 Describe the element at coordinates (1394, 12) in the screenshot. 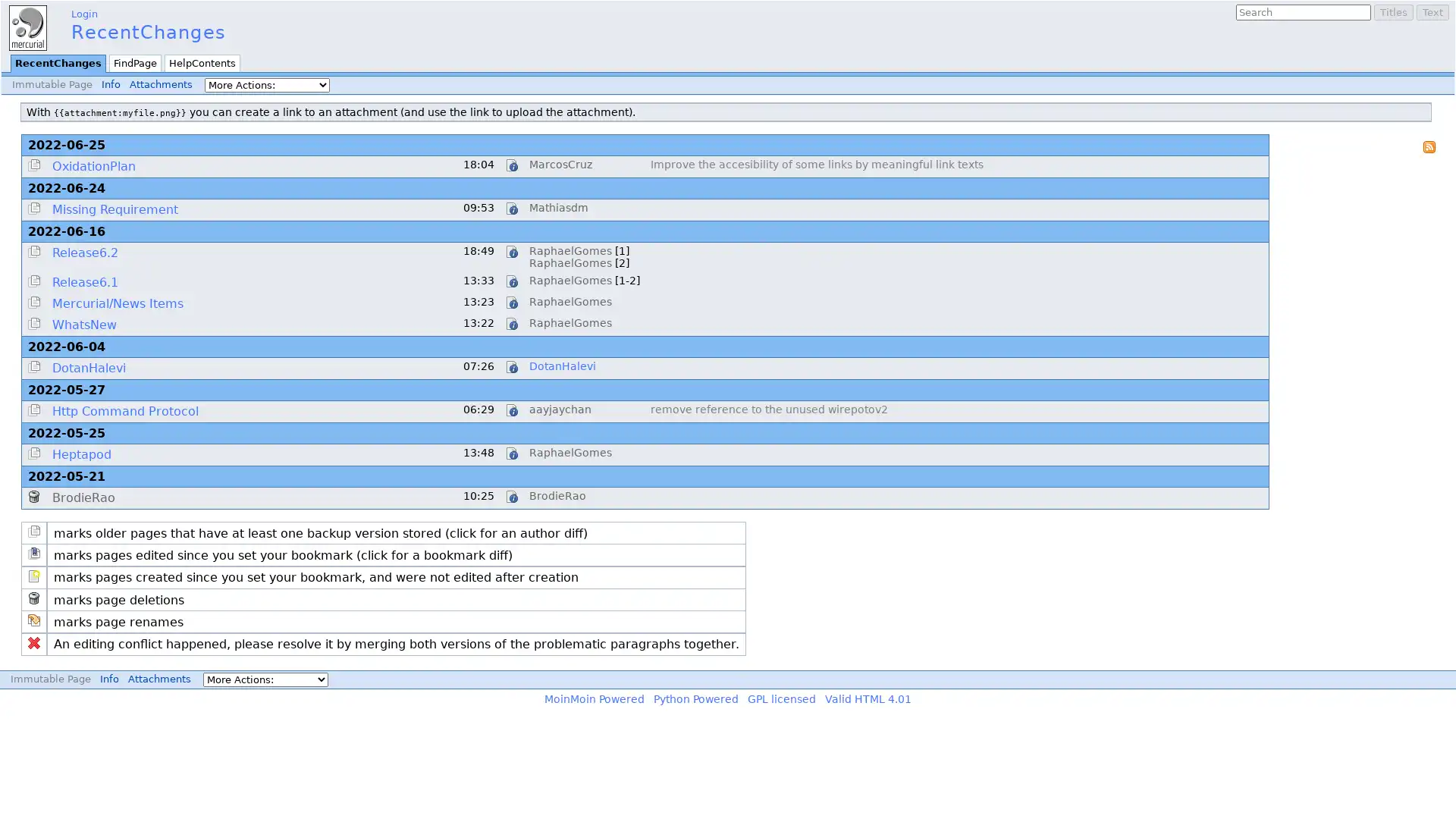

I see `Titles` at that location.